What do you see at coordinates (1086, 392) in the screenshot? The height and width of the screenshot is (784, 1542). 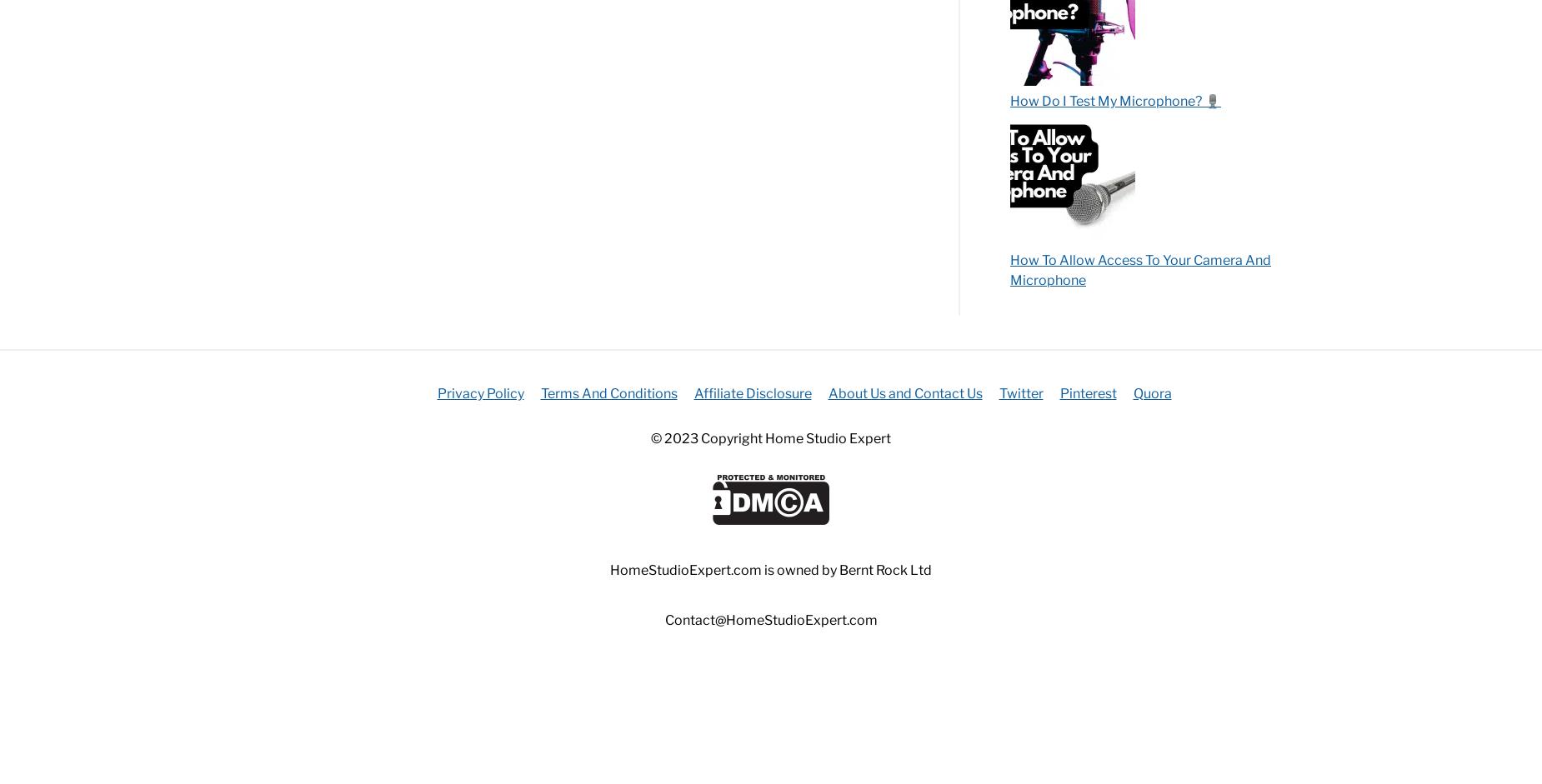 I see `'Pinterest'` at bounding box center [1086, 392].